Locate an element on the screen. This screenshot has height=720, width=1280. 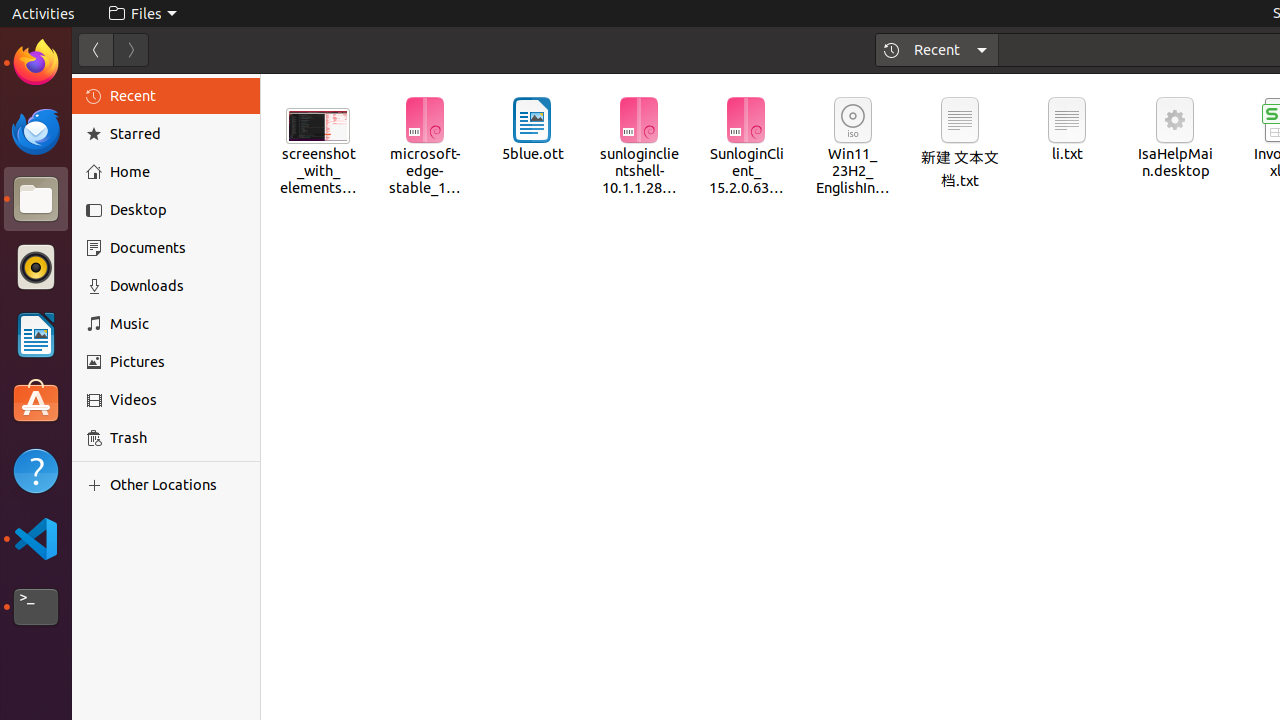
'Terminal' is located at coordinates (35, 606).